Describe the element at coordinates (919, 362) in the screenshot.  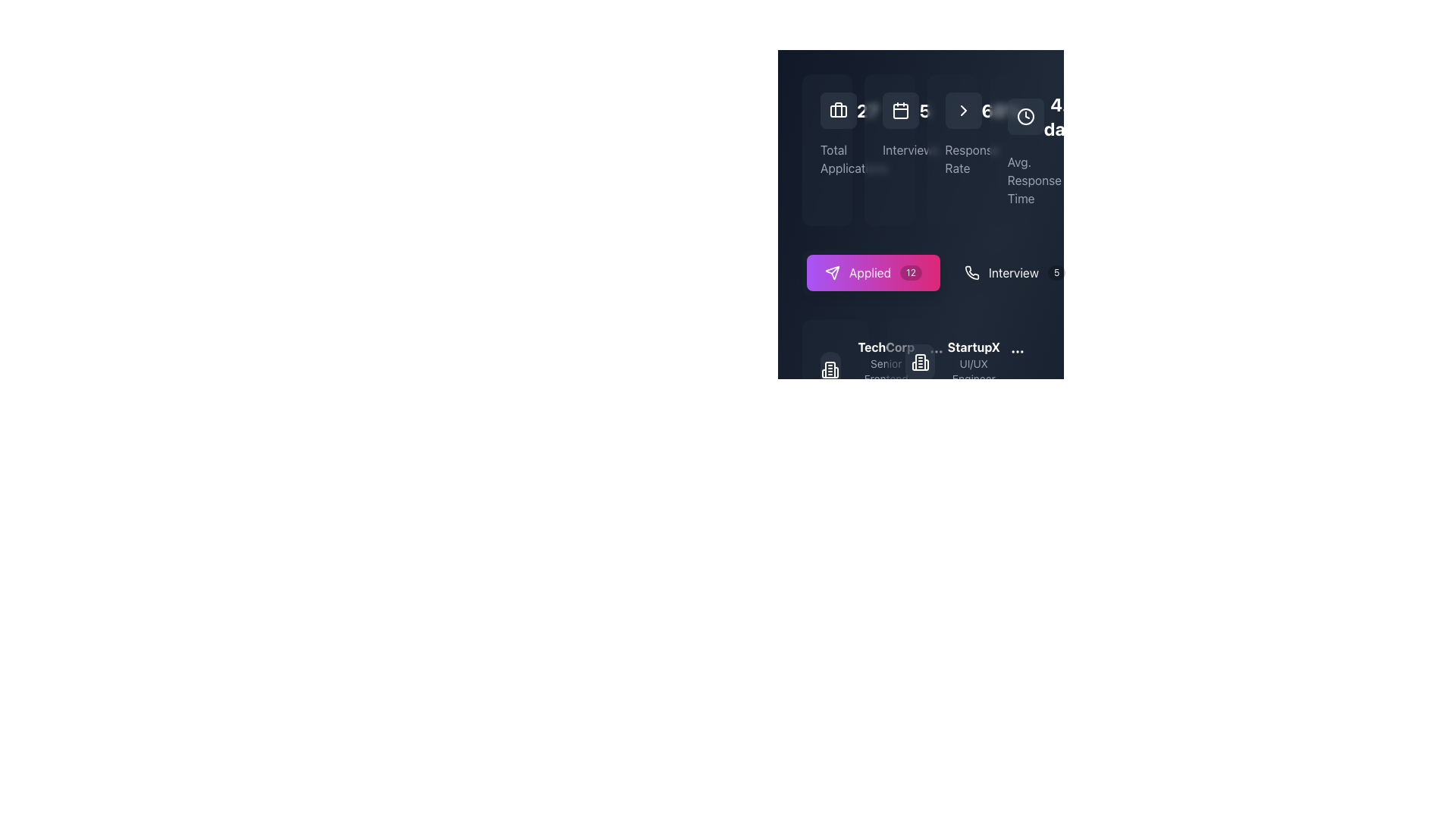
I see `the vertical rectangle element inside the building-like icon, which is part of an SVG defined by the class 'lucide lucide-building2 w-6 h-6'` at that location.